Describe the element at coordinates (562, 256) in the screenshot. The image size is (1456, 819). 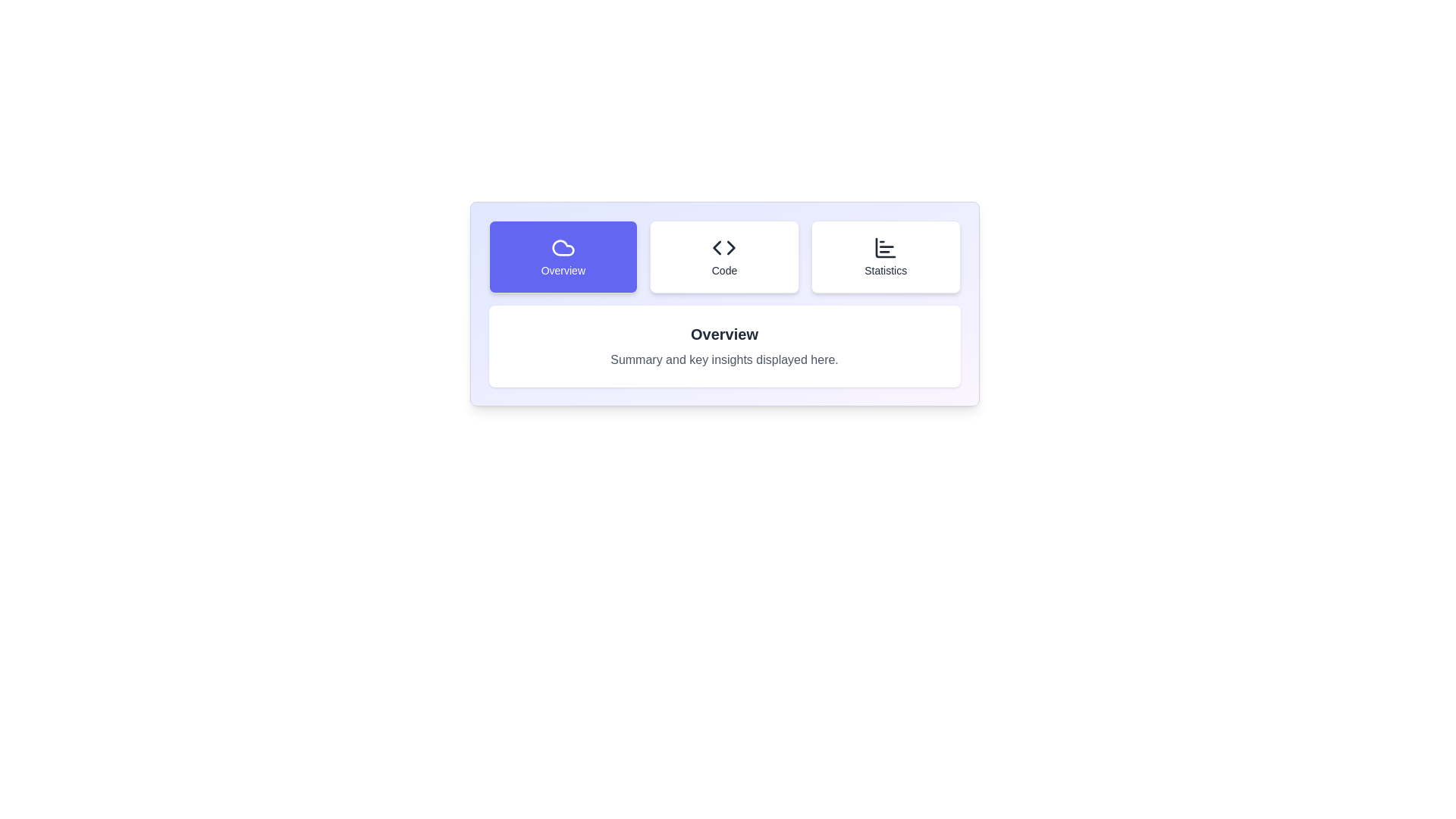
I see `the Overview tab by clicking on its button` at that location.